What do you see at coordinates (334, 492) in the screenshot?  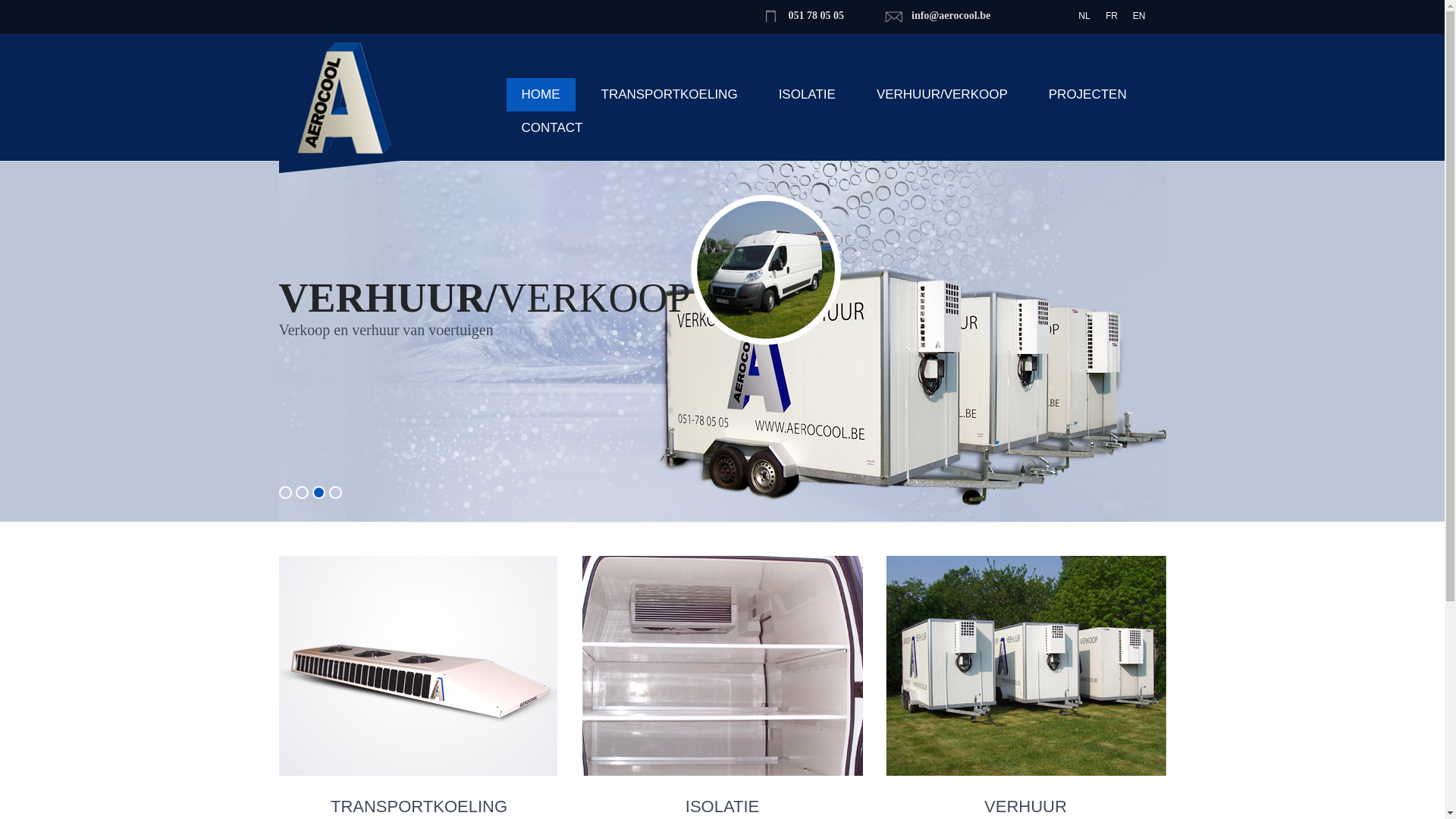 I see `'4'` at bounding box center [334, 492].